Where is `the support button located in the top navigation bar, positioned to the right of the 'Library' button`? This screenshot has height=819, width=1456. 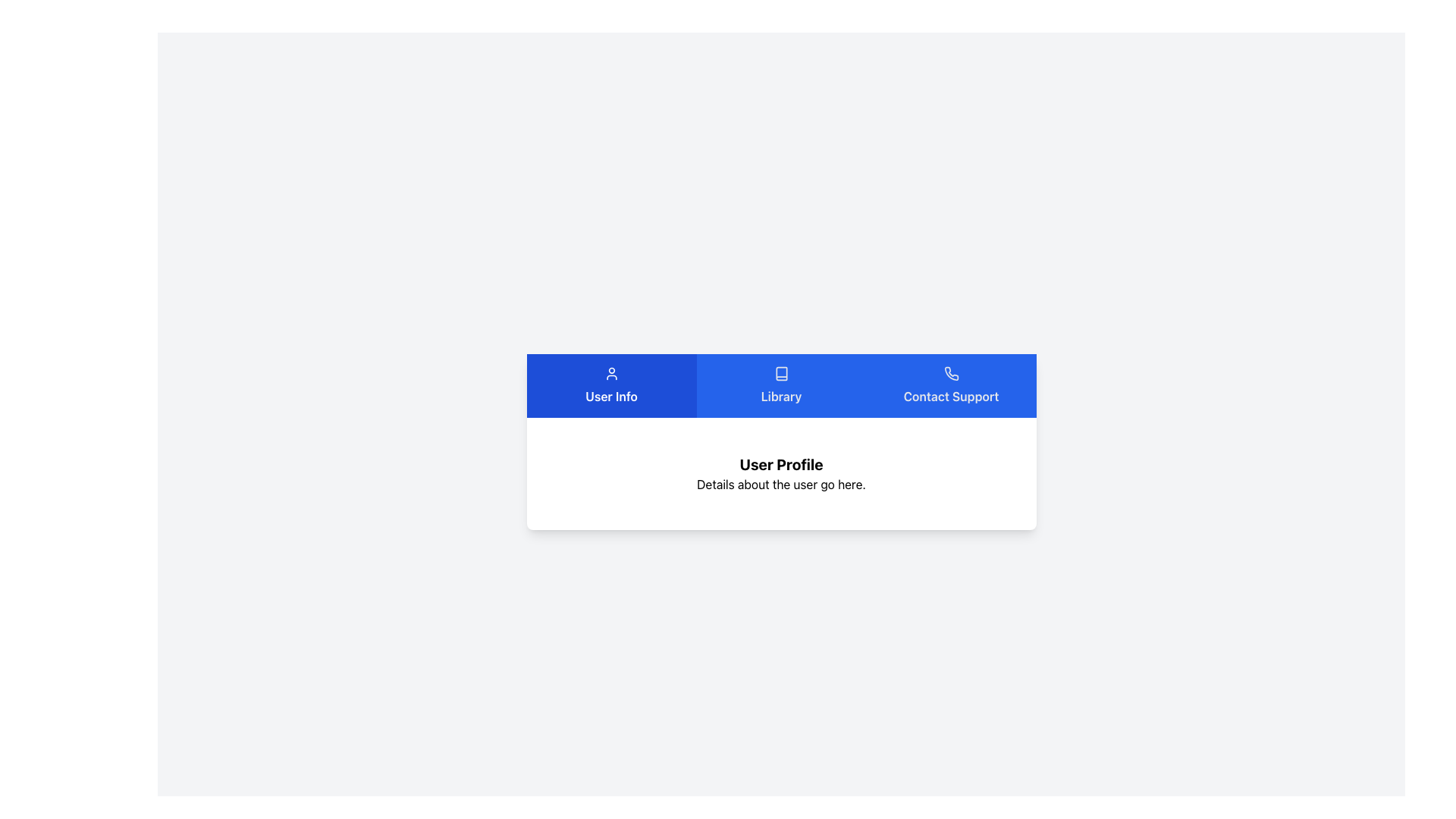 the support button located in the top navigation bar, positioned to the right of the 'Library' button is located at coordinates (950, 385).